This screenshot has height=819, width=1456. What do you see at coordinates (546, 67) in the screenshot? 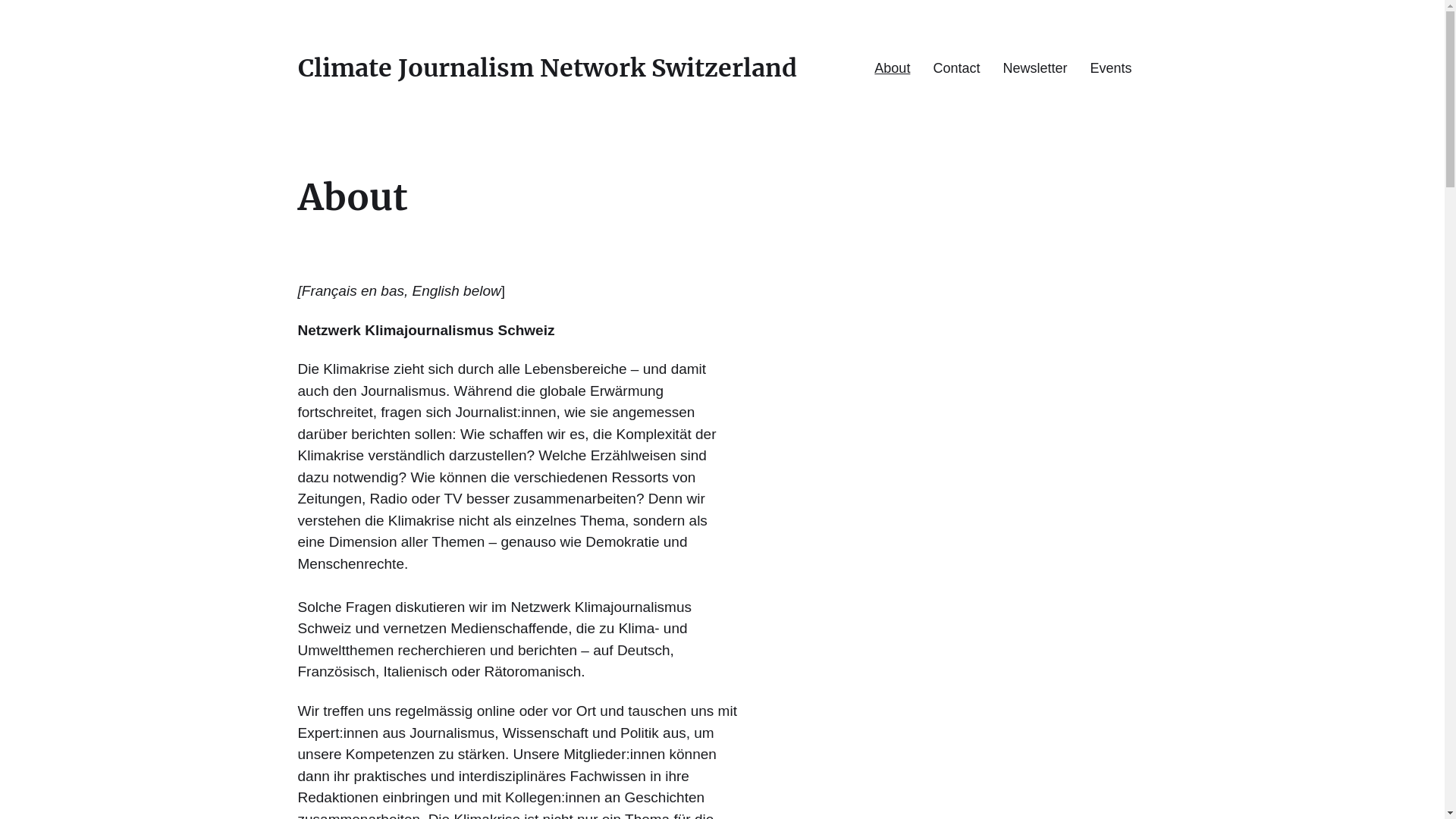
I see `'Climate Journalism Network Switzerland'` at bounding box center [546, 67].